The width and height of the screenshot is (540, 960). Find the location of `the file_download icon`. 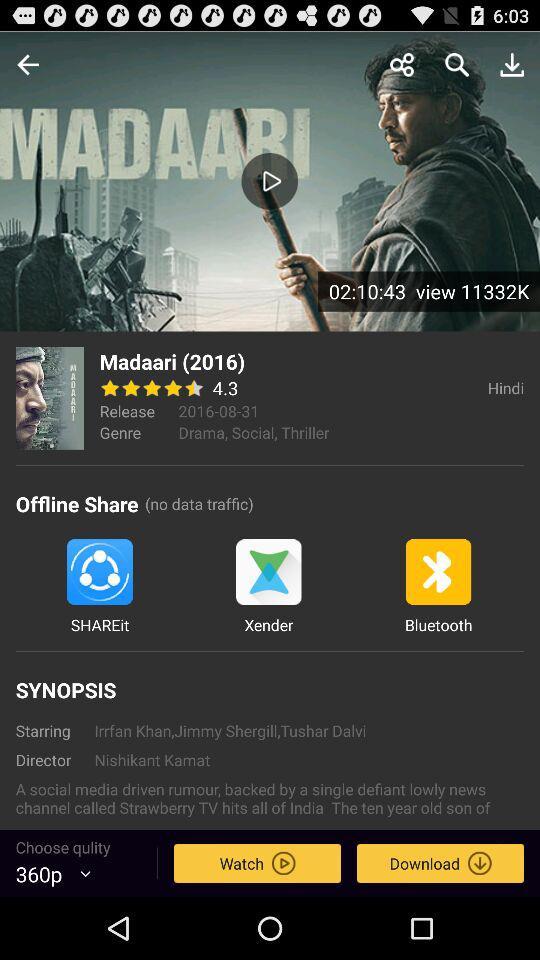

the file_download icon is located at coordinates (512, 69).